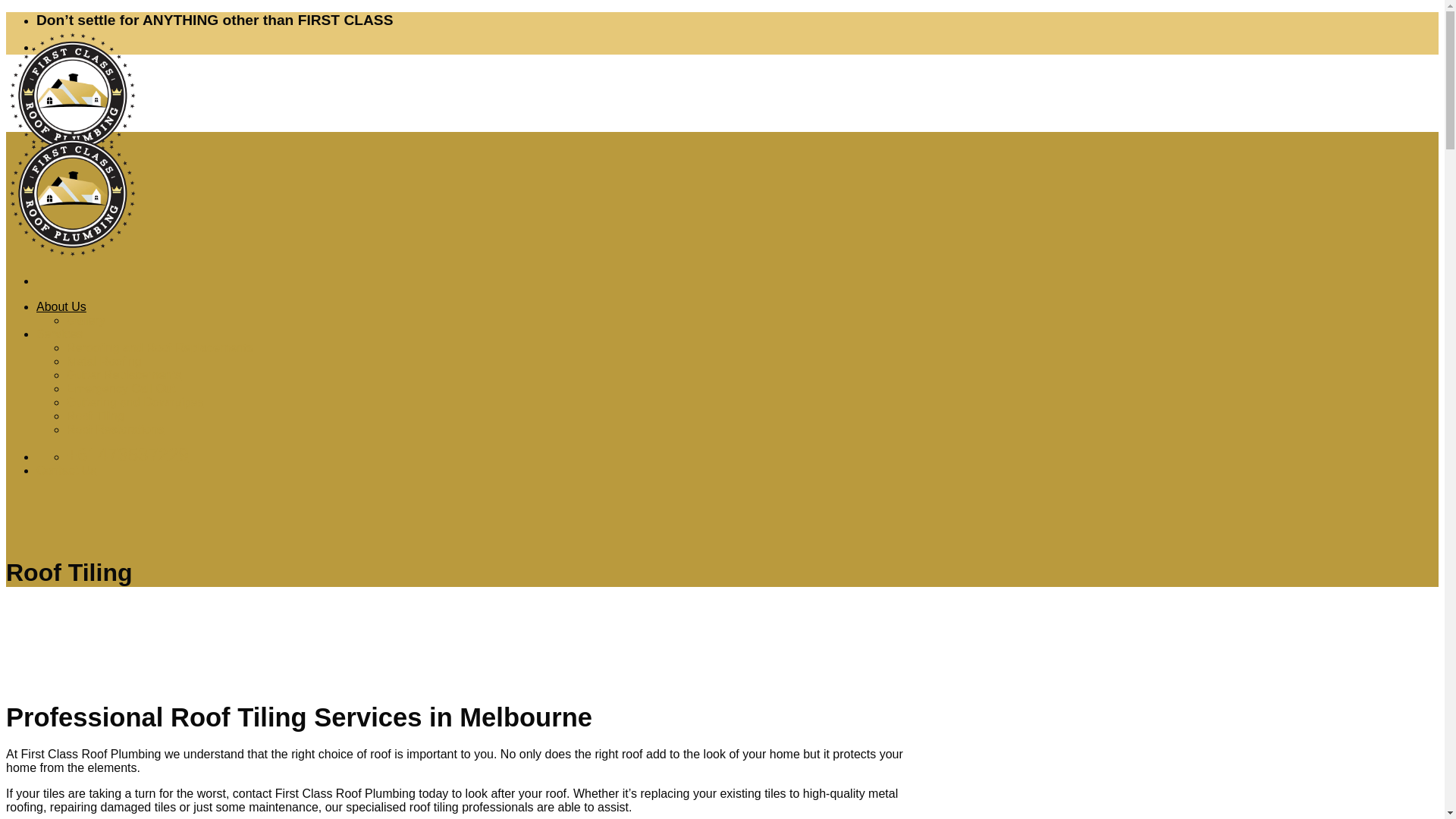 This screenshot has width=1456, height=819. Describe the element at coordinates (5, 11) in the screenshot. I see `'Skip to content'` at that location.